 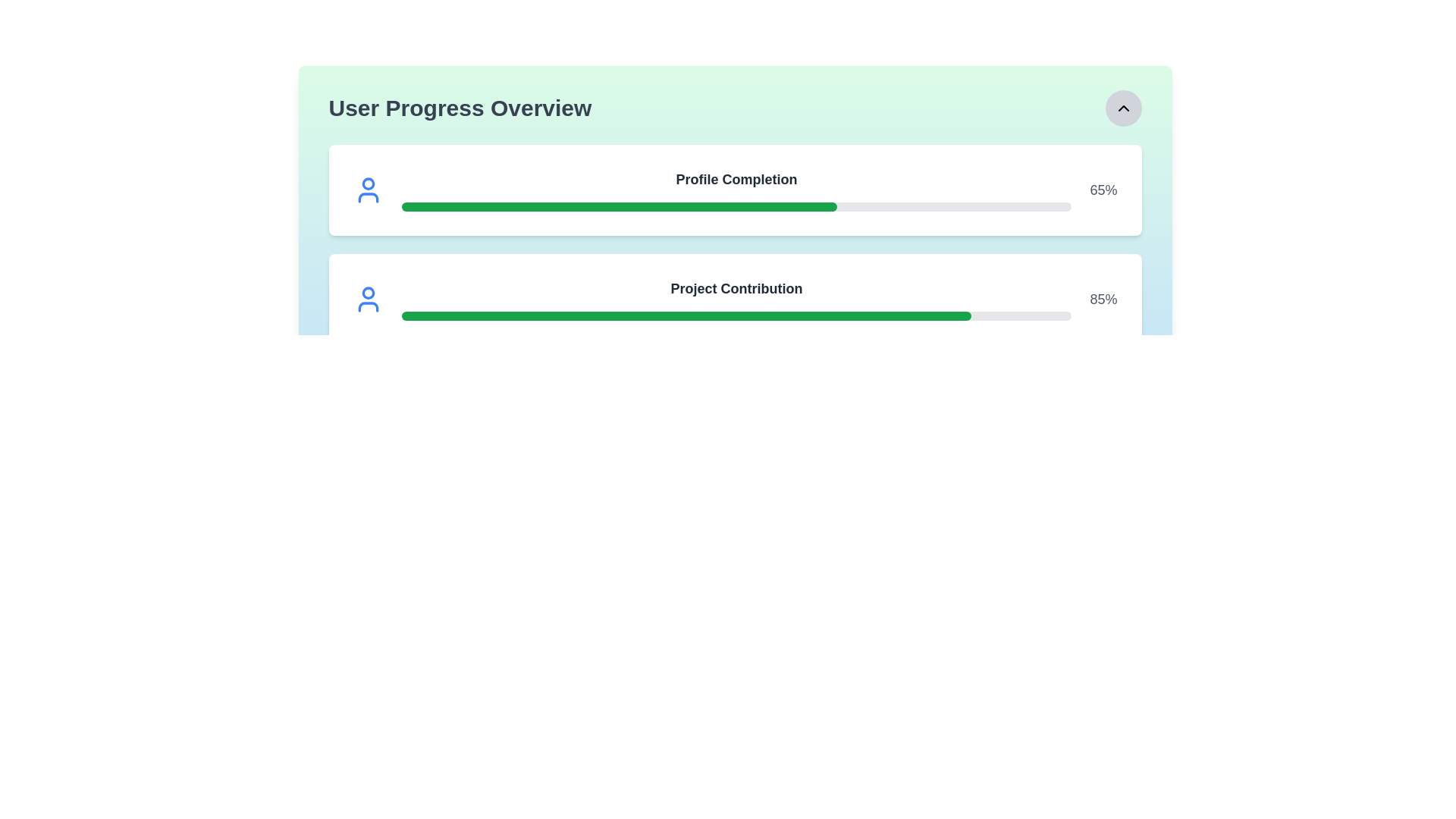 I want to click on the horizontal green progress bar located underneath the 'Project Contribution' heading, so click(x=686, y=315).